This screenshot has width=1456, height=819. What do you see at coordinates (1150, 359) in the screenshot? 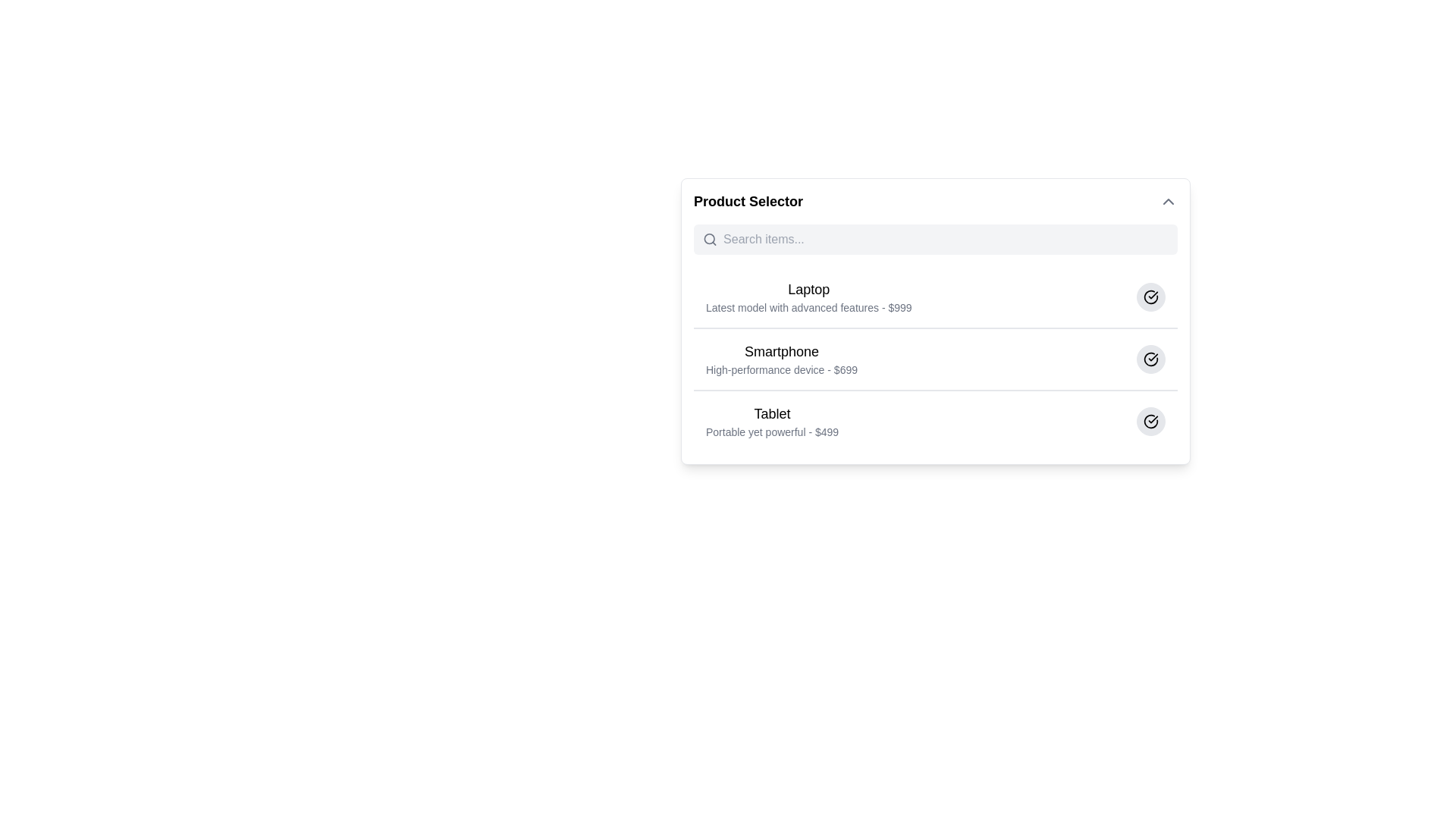
I see `the Icon button located` at bounding box center [1150, 359].